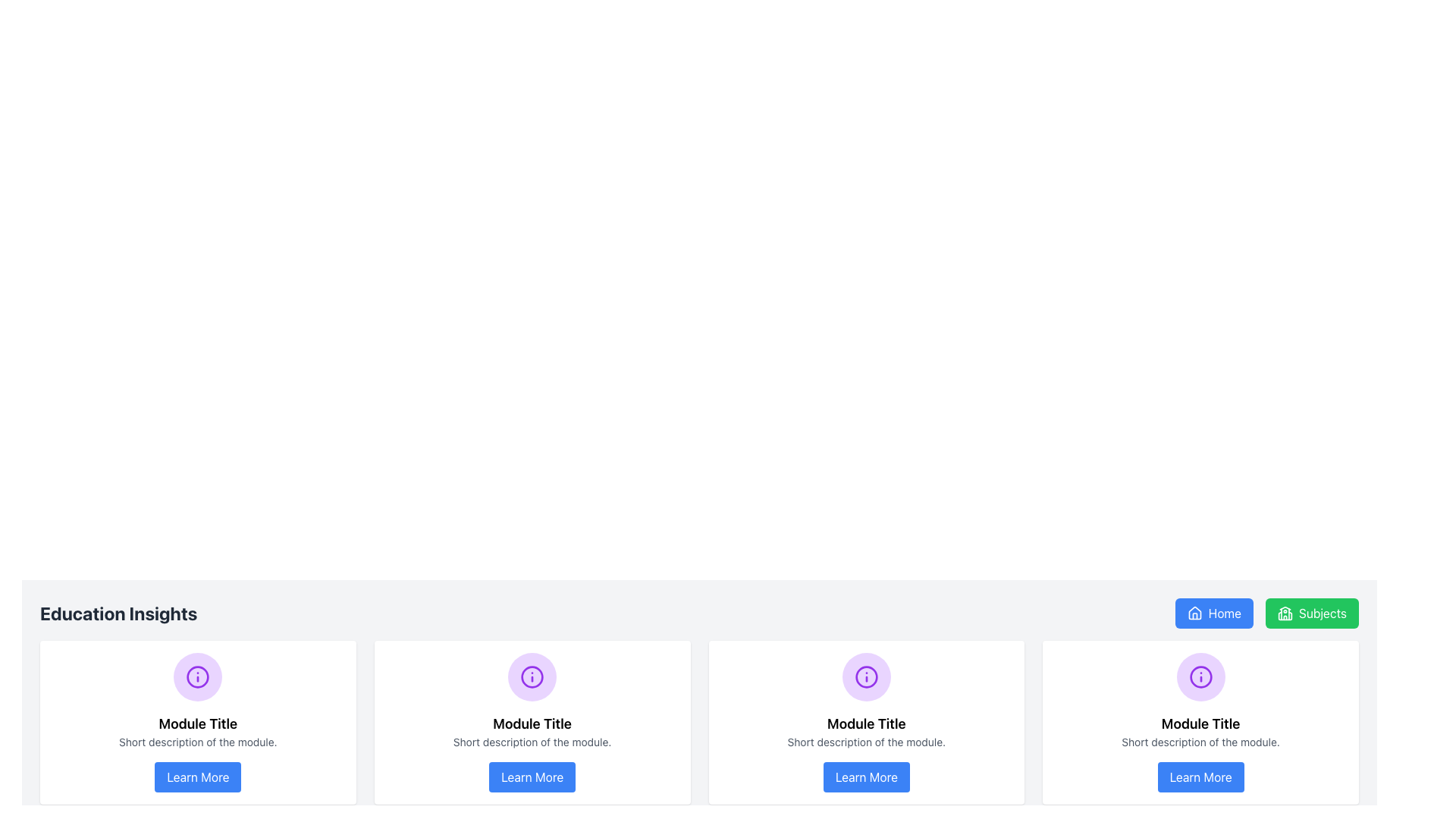 Image resolution: width=1456 pixels, height=819 pixels. I want to click on the green 'Subjects' button with a schoolhouse icon, so click(1310, 613).